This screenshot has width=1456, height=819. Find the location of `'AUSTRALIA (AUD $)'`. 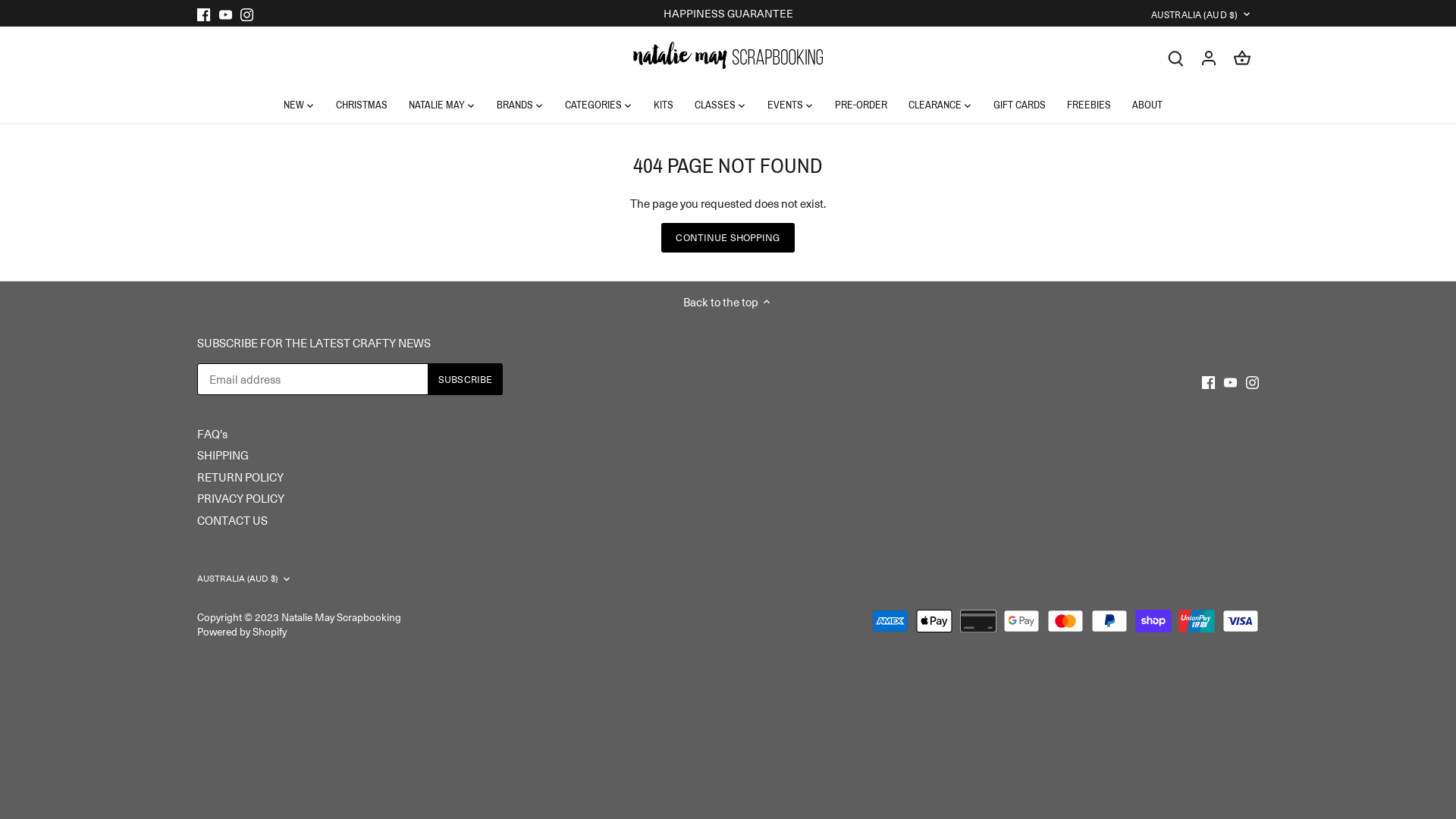

'AUSTRALIA (AUD $)' is located at coordinates (244, 579).